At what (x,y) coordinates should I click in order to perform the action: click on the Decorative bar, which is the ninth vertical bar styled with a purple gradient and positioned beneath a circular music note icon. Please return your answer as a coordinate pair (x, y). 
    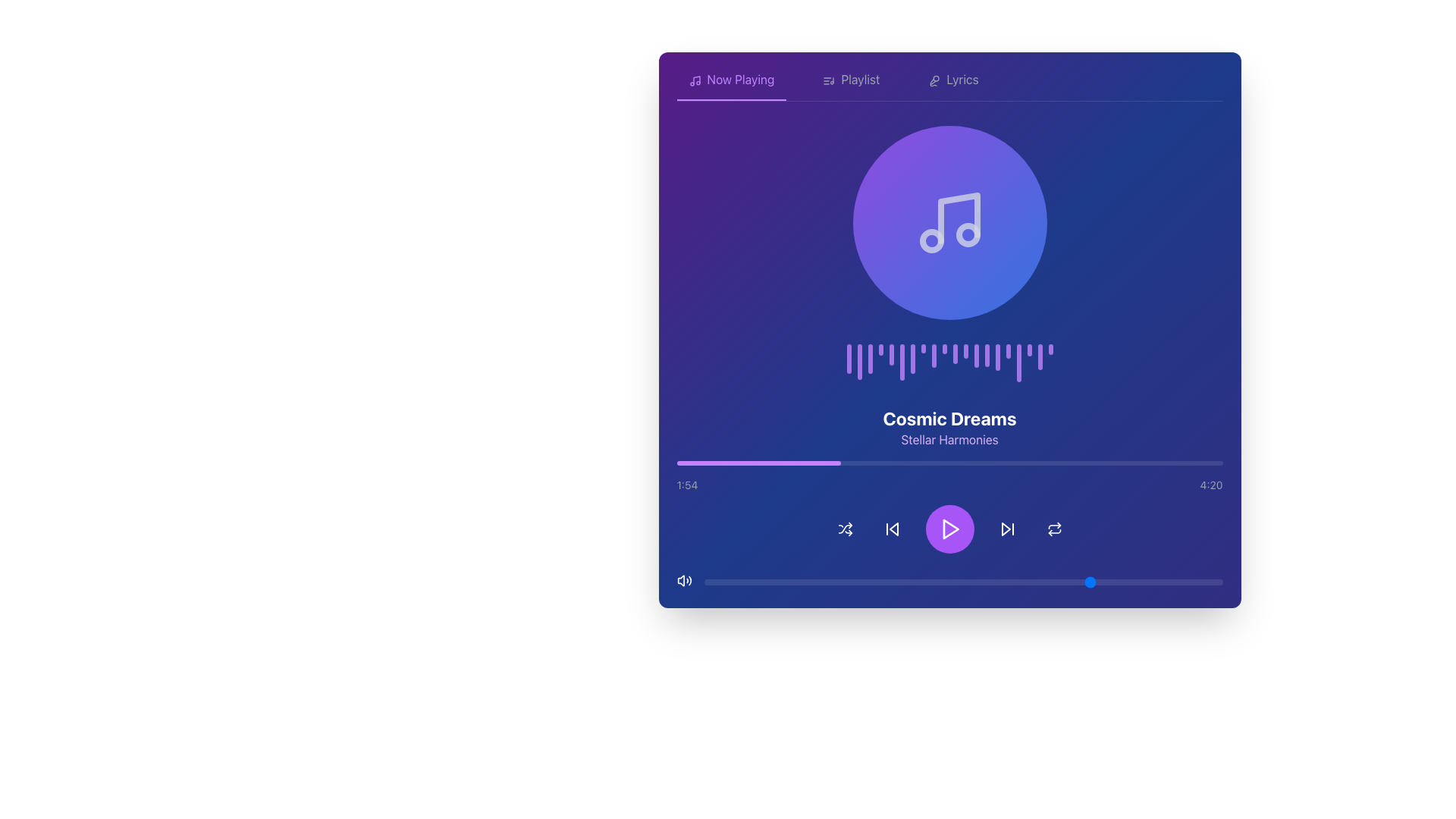
    Looking at the image, I should click on (933, 356).